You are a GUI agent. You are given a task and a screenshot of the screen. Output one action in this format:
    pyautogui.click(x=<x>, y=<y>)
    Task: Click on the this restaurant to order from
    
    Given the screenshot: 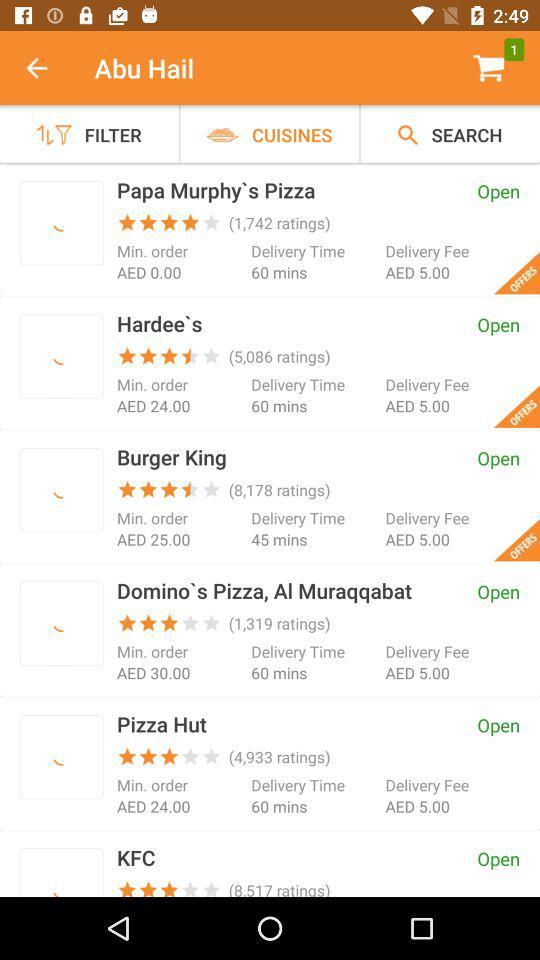 What is the action you would take?
    pyautogui.click(x=61, y=223)
    